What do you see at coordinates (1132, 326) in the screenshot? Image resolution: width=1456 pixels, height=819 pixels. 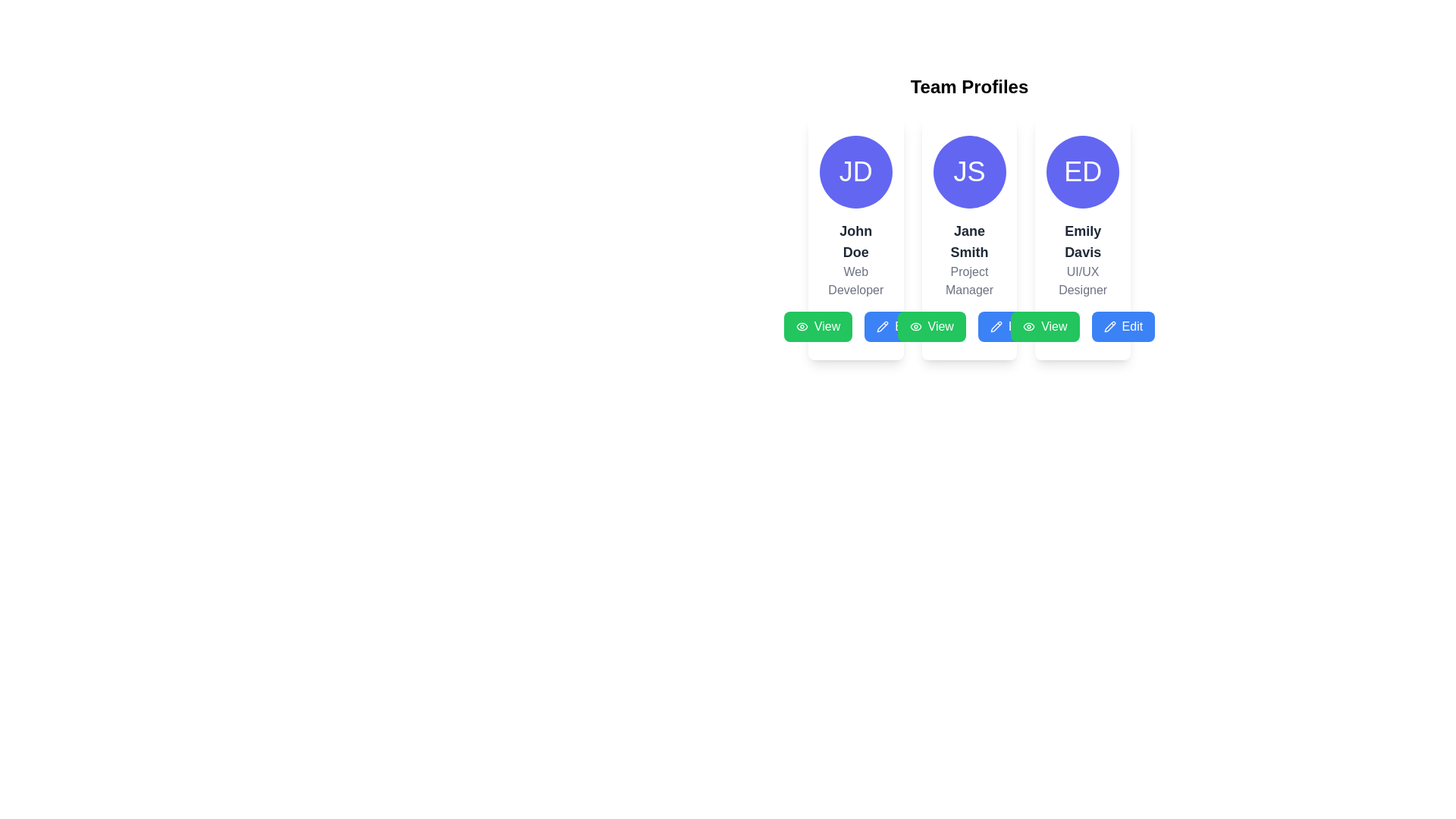 I see `the 'Edit' button located at the bottom right of the 'Emily Davis' profile card, which is a rounded rectangular button with white text on a blue background` at bounding box center [1132, 326].